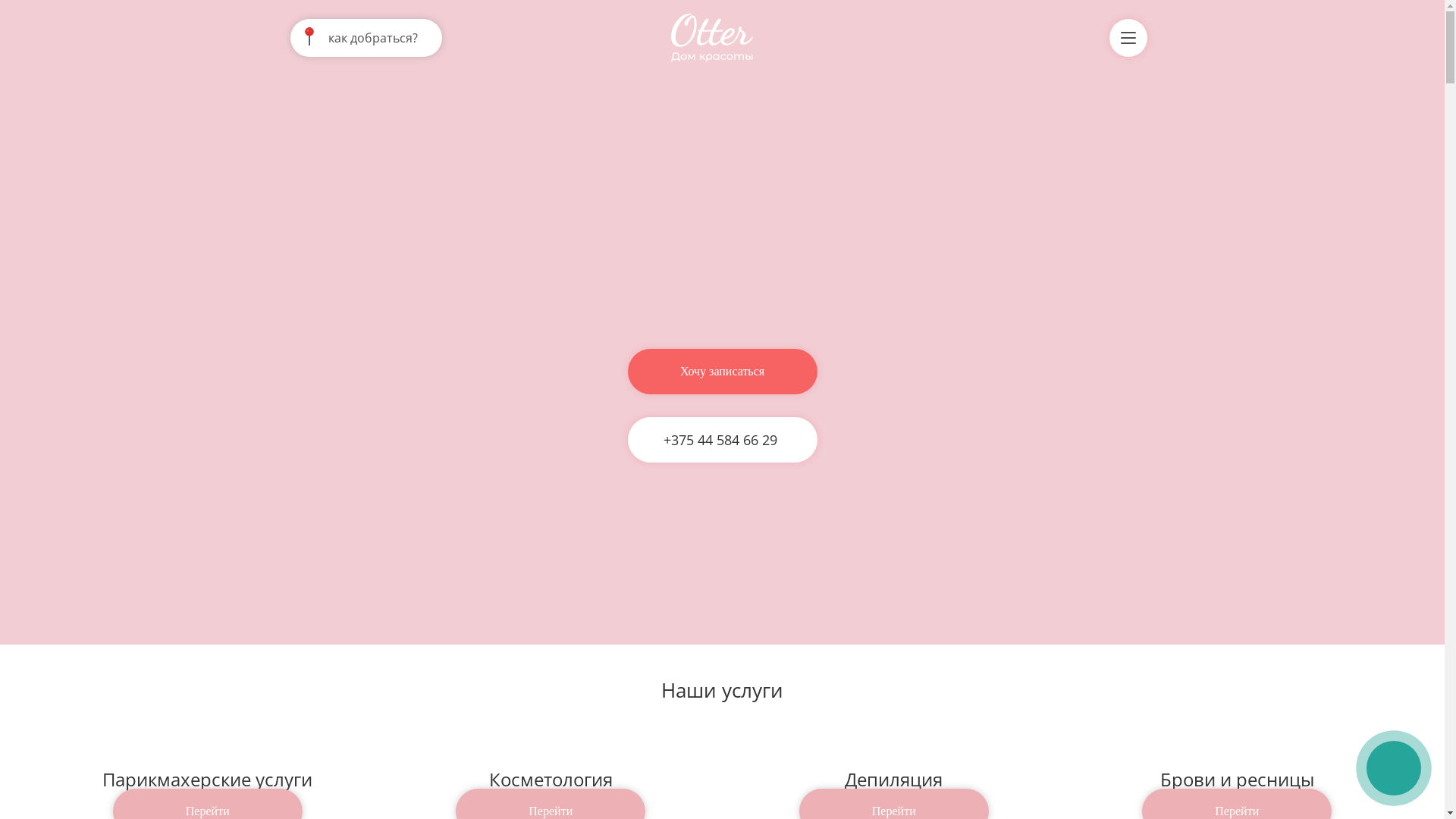 This screenshot has height=819, width=1456. I want to click on '+375 44 584 66 29', so click(717, 439).